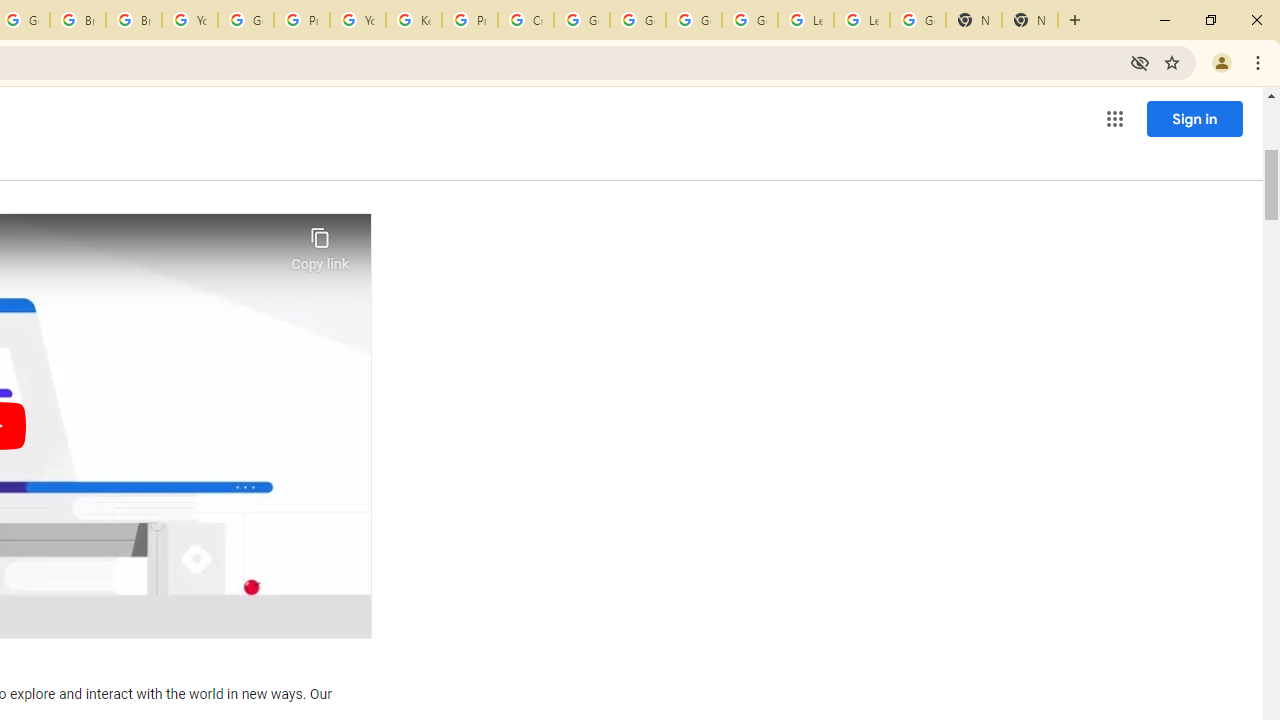 This screenshot has height=720, width=1280. What do you see at coordinates (974, 20) in the screenshot?
I see `'New Tab'` at bounding box center [974, 20].